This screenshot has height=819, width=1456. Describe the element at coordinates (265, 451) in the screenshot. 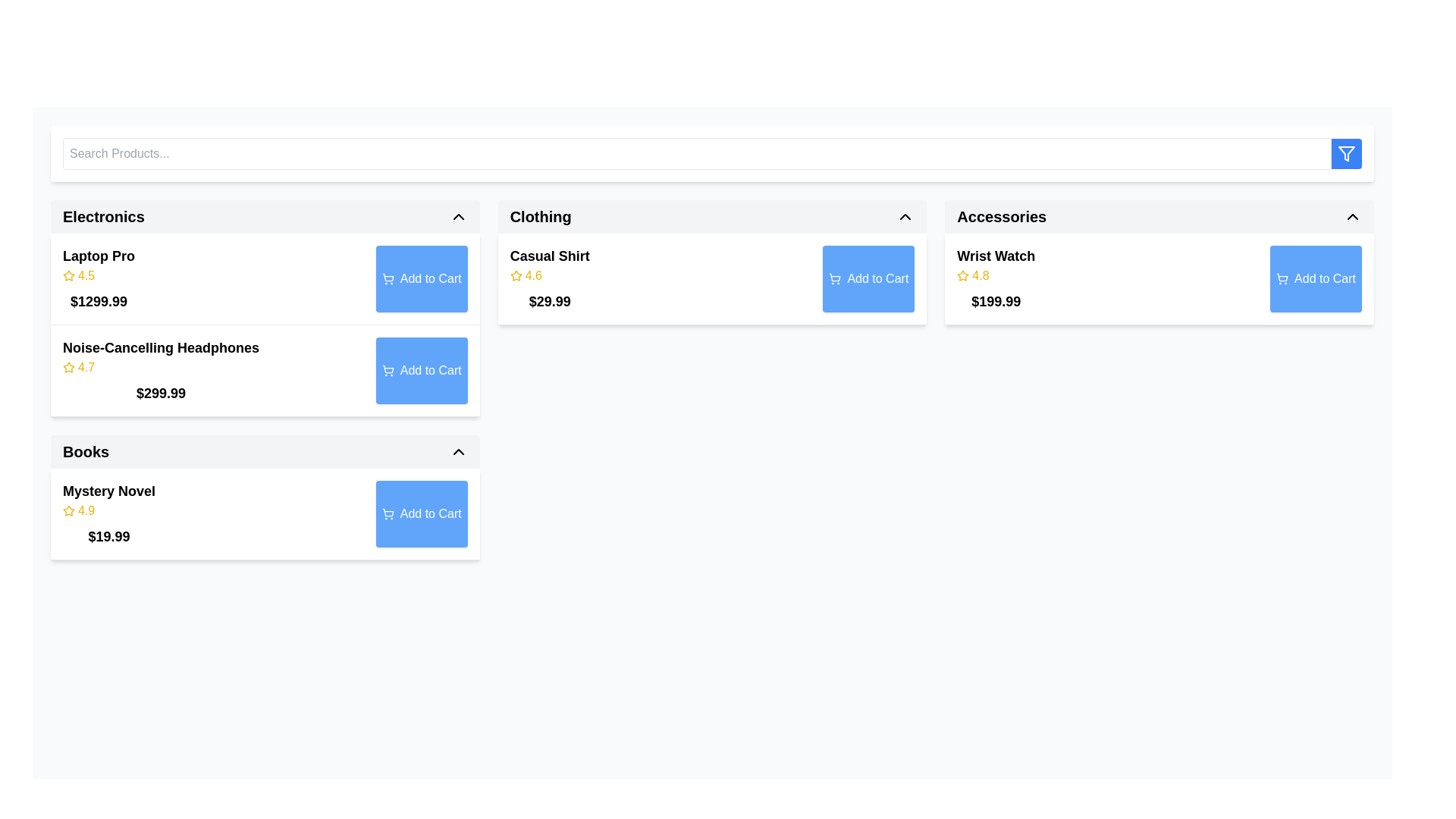

I see `the 'Books' button with bold, extra-large font and an upward-pointing arrow` at that location.